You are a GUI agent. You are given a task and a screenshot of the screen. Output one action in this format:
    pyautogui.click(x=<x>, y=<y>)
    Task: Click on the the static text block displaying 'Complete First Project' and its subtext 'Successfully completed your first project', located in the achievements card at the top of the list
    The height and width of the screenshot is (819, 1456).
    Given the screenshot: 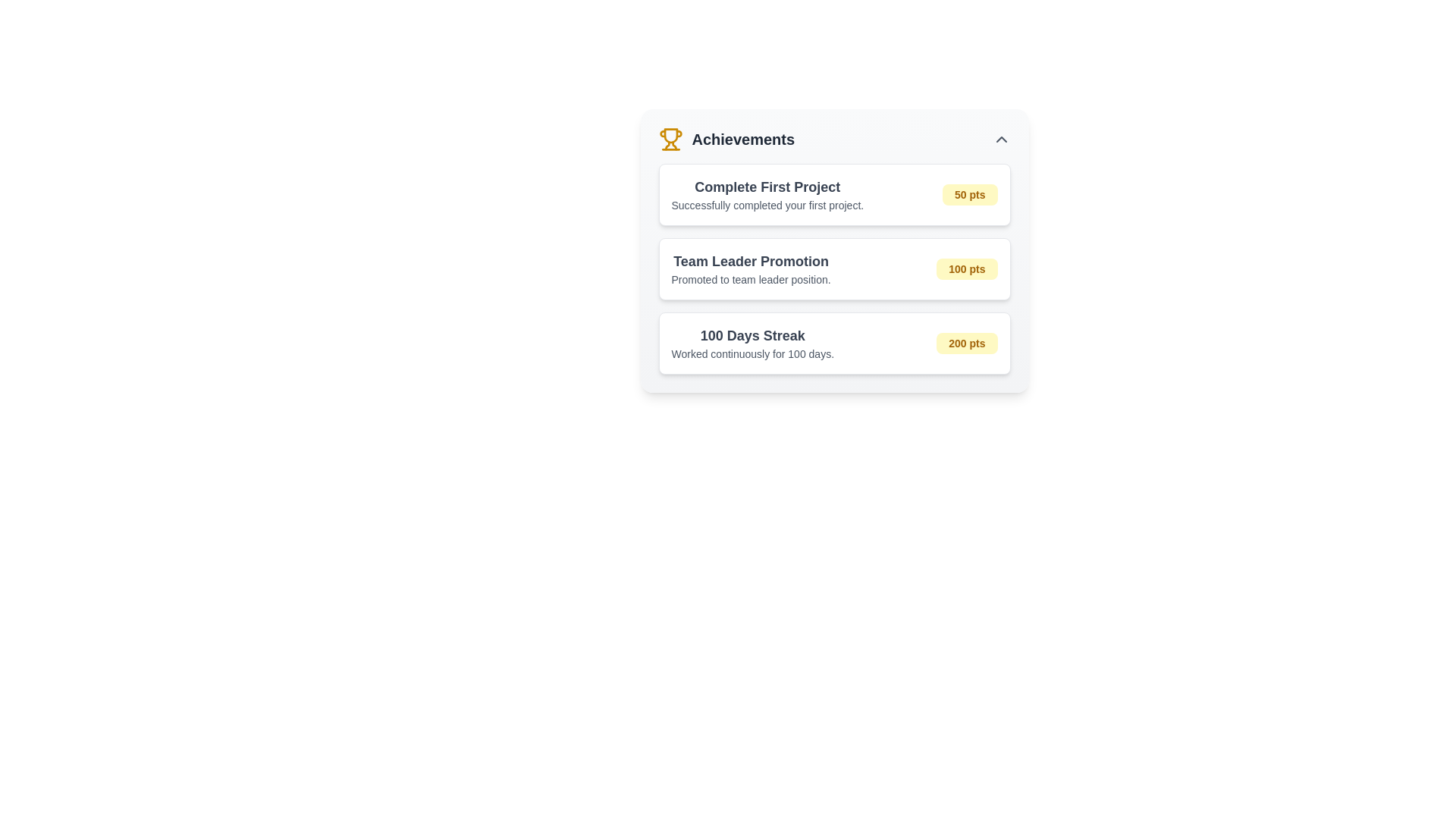 What is the action you would take?
    pyautogui.click(x=767, y=194)
    